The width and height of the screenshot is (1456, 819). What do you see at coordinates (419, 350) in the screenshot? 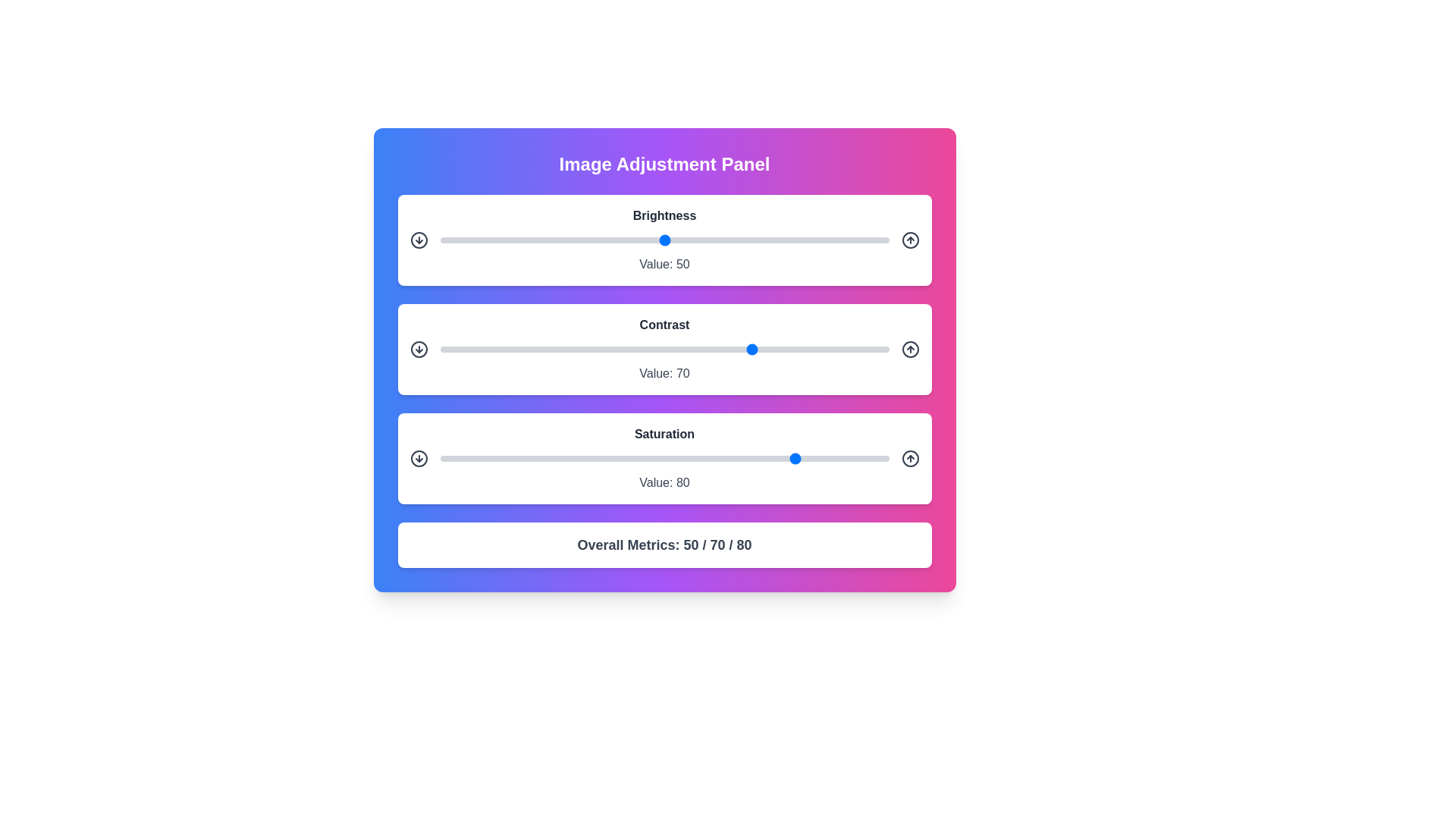
I see `the leftmost icon in the 'Contrast' section of the image adjustment panel to decrease or reset the associated contrast value` at bounding box center [419, 350].